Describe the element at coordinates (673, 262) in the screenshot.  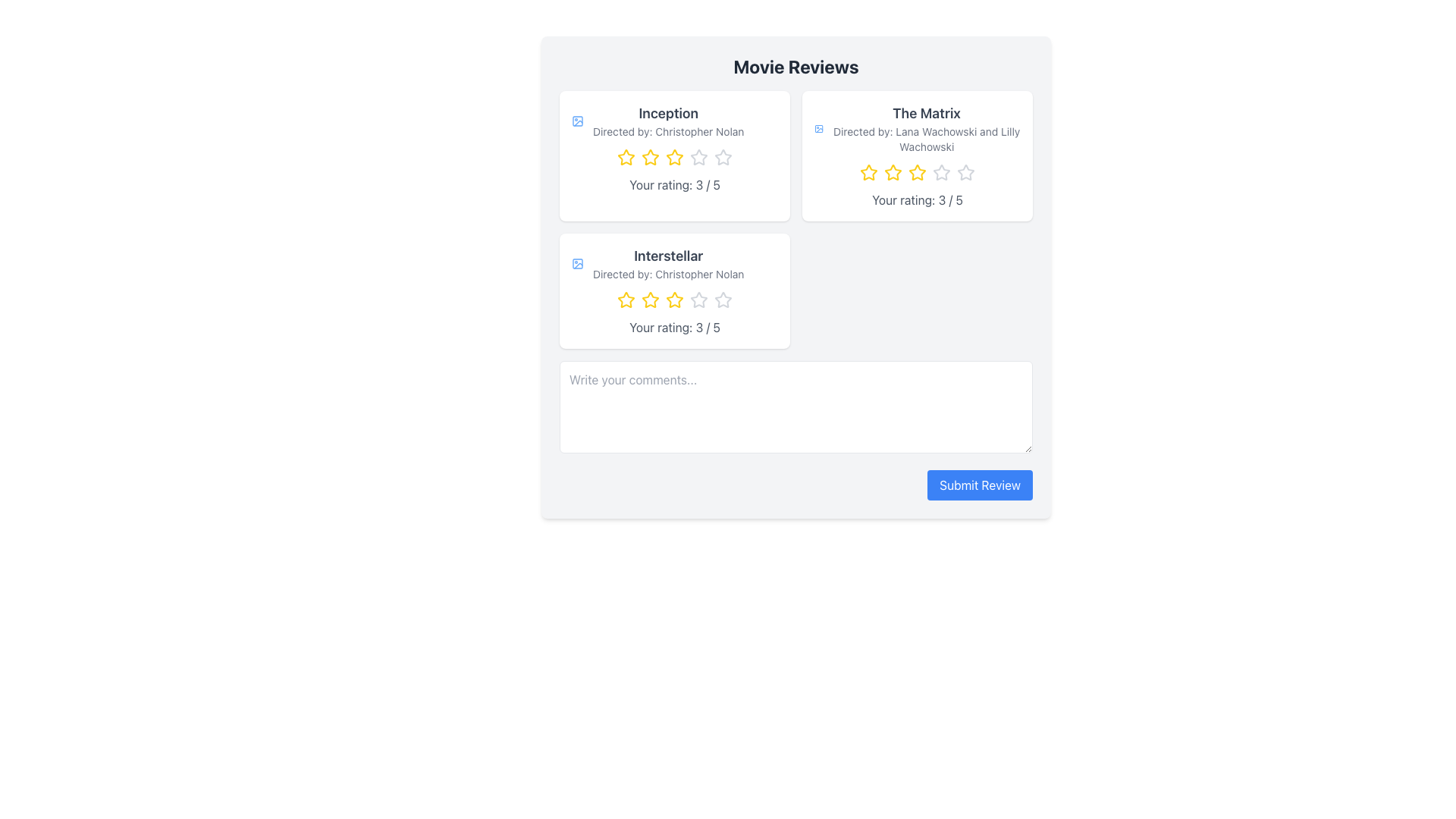
I see `the text block displaying 'Interstellar' and 'Directed by: Christopher Nolan' with an image placeholder icon on the left, located in the middle card of a three-column layout` at that location.